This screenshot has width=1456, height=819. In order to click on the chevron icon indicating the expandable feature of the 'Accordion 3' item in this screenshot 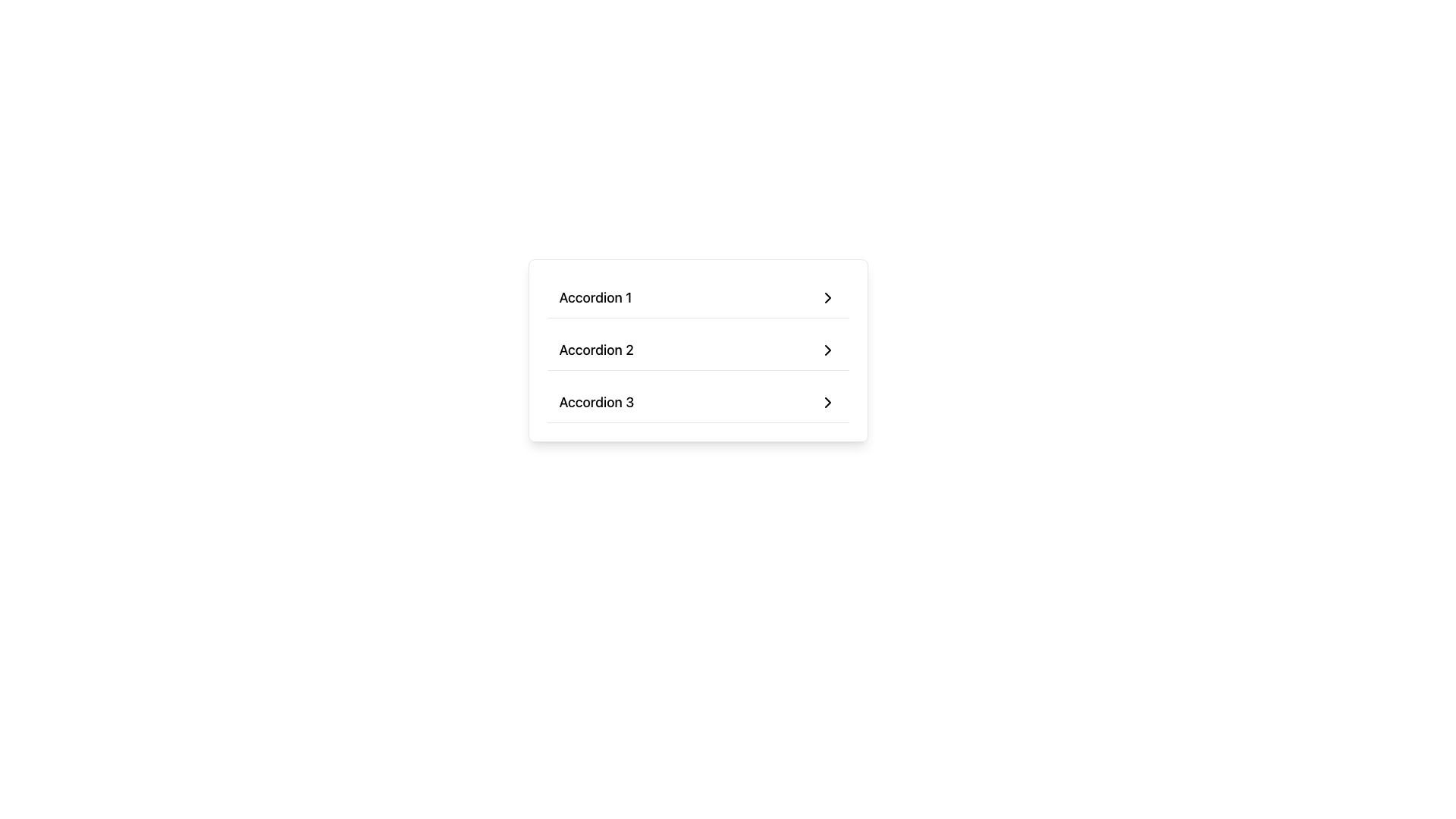, I will do `click(827, 402)`.